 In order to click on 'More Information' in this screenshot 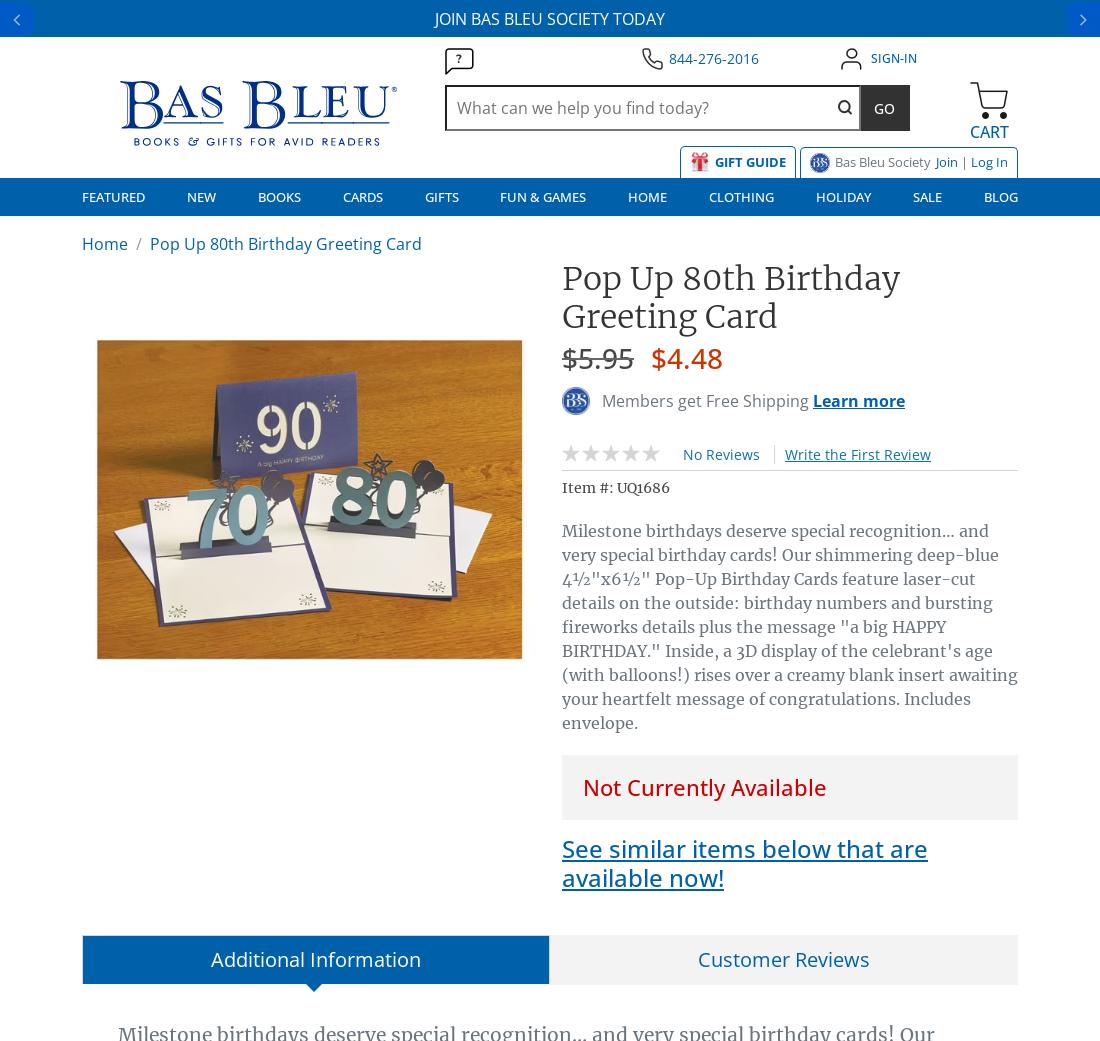, I will do `click(537, 279)`.